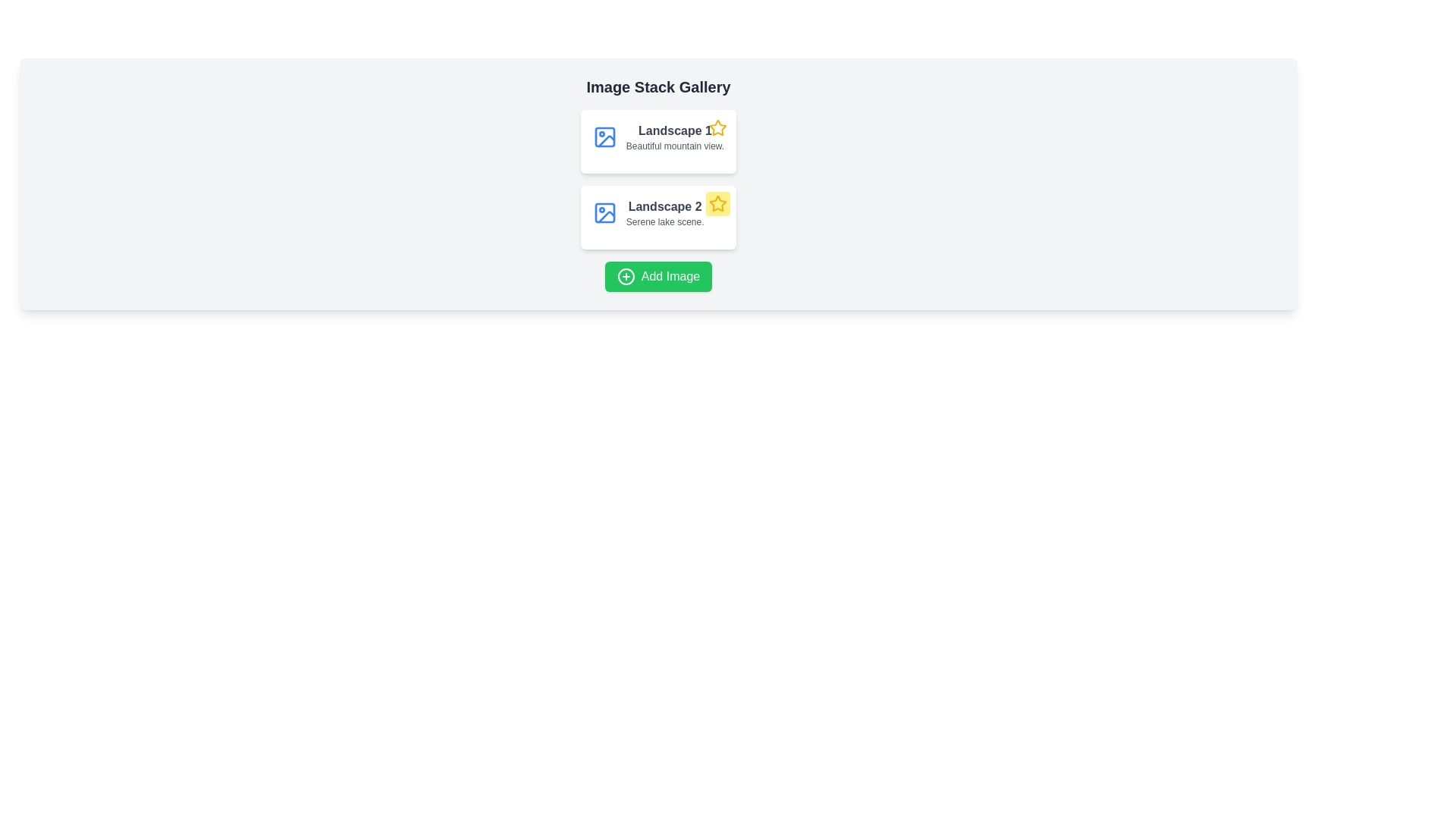 Image resolution: width=1456 pixels, height=819 pixels. I want to click on leftmost SVG rectangle element representing an image icon in the gallery interface using the developer tools, so click(604, 213).